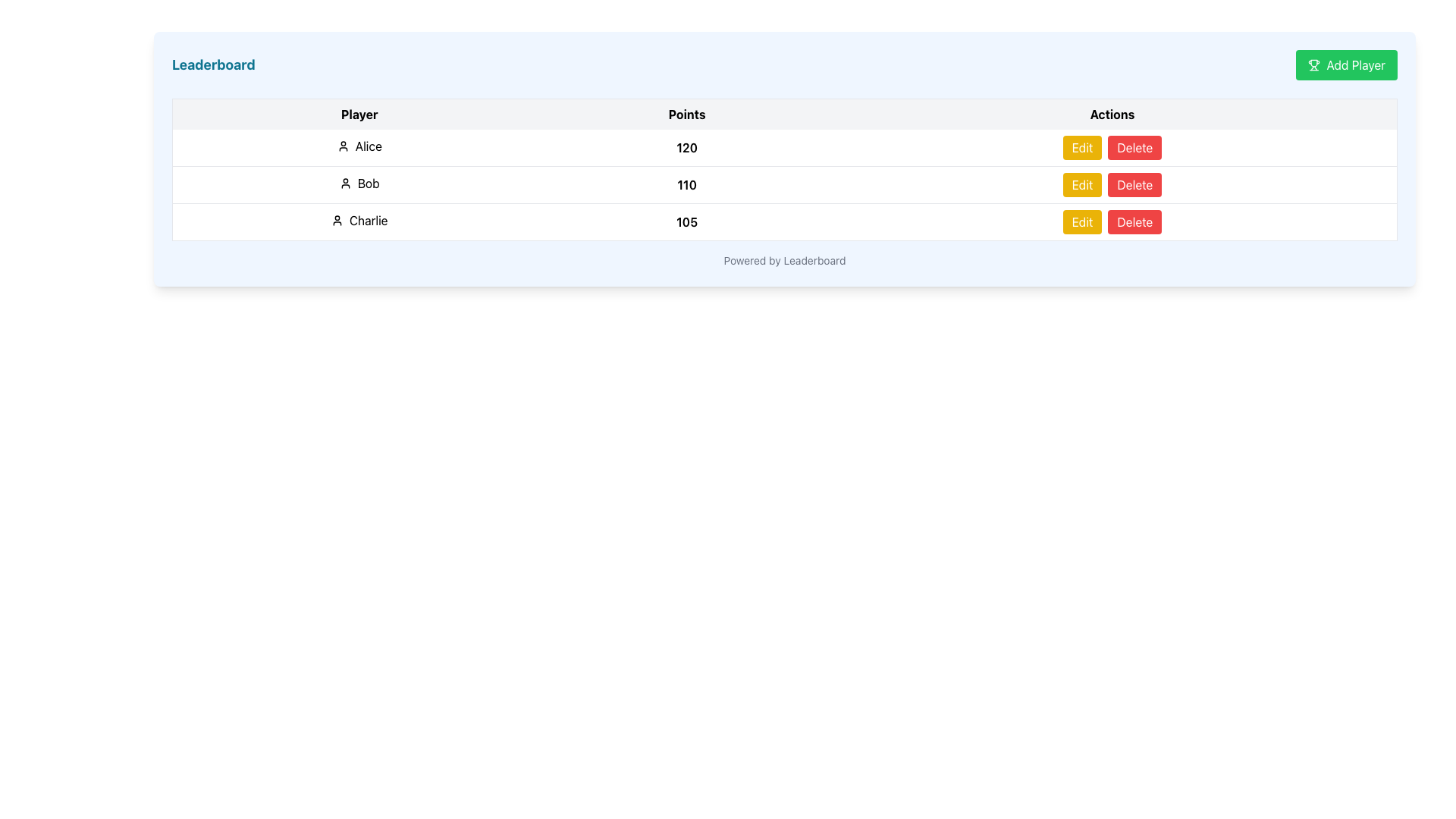 The width and height of the screenshot is (1456, 819). I want to click on the edit button located in the 'Actions' column of the table row, which is positioned to the left of the red 'Delete' button, to change its shade, so click(1081, 184).